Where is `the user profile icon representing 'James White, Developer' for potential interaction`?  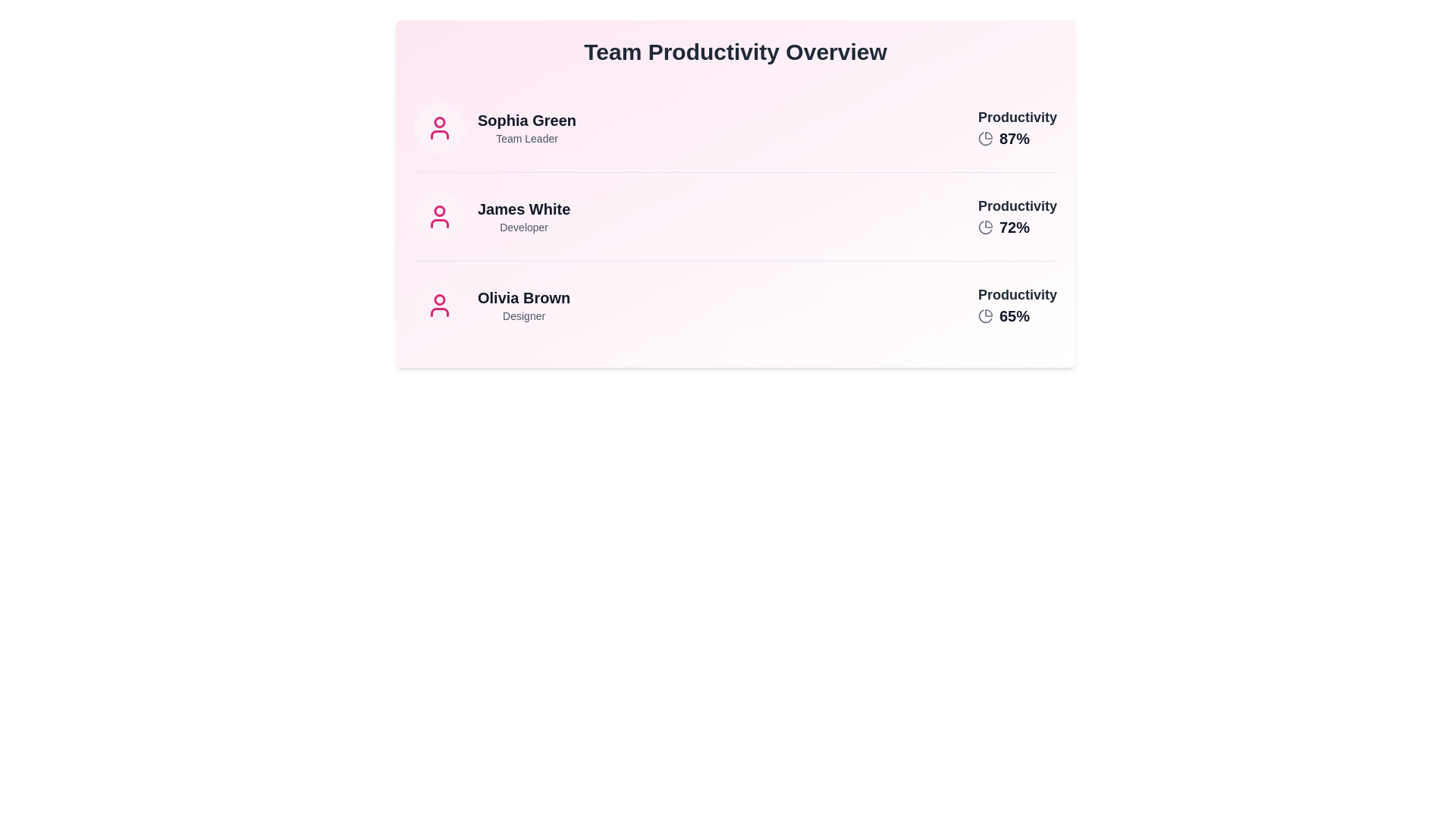 the user profile icon representing 'James White, Developer' for potential interaction is located at coordinates (439, 216).